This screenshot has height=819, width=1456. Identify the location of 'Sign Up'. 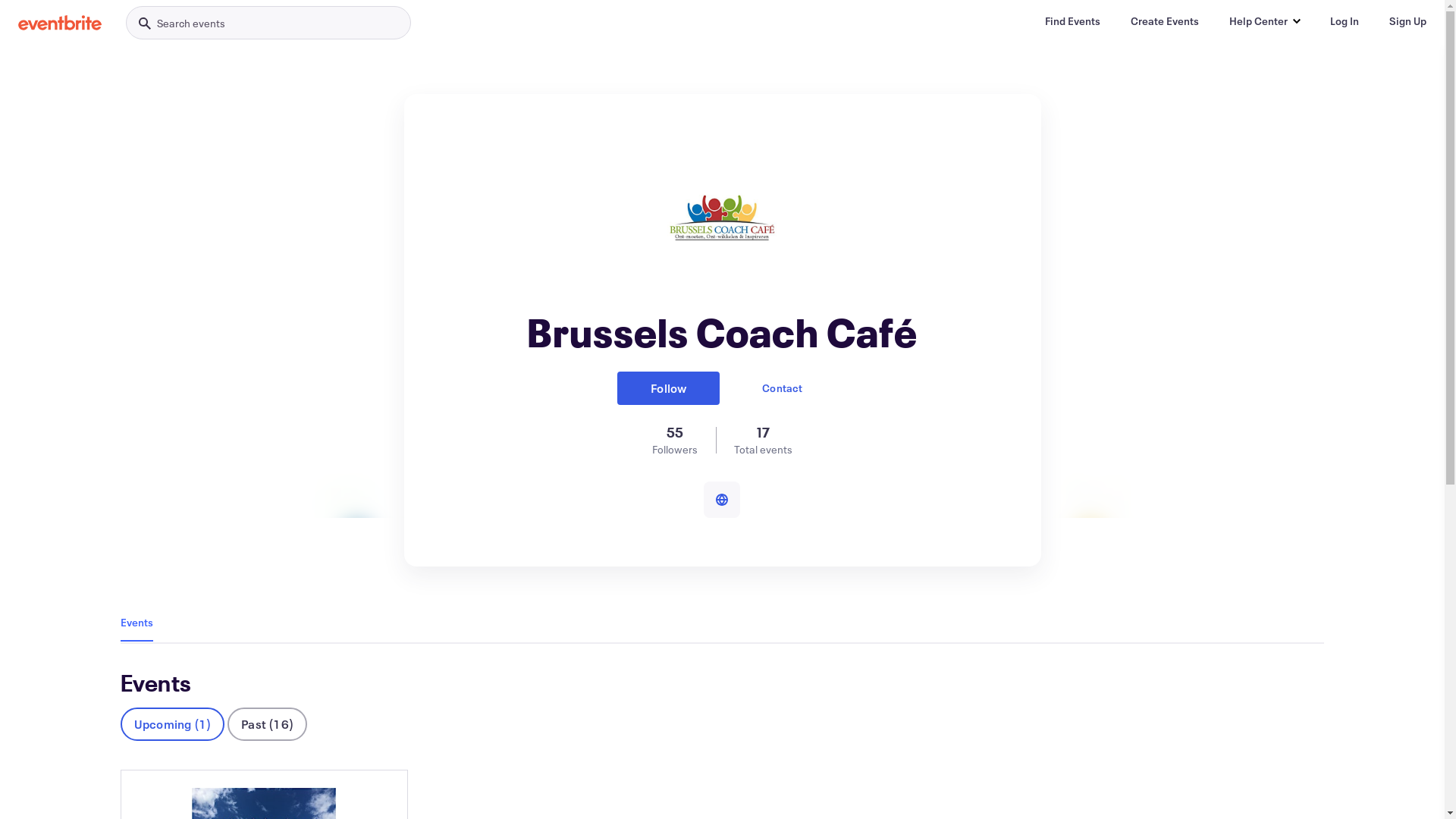
(1407, 20).